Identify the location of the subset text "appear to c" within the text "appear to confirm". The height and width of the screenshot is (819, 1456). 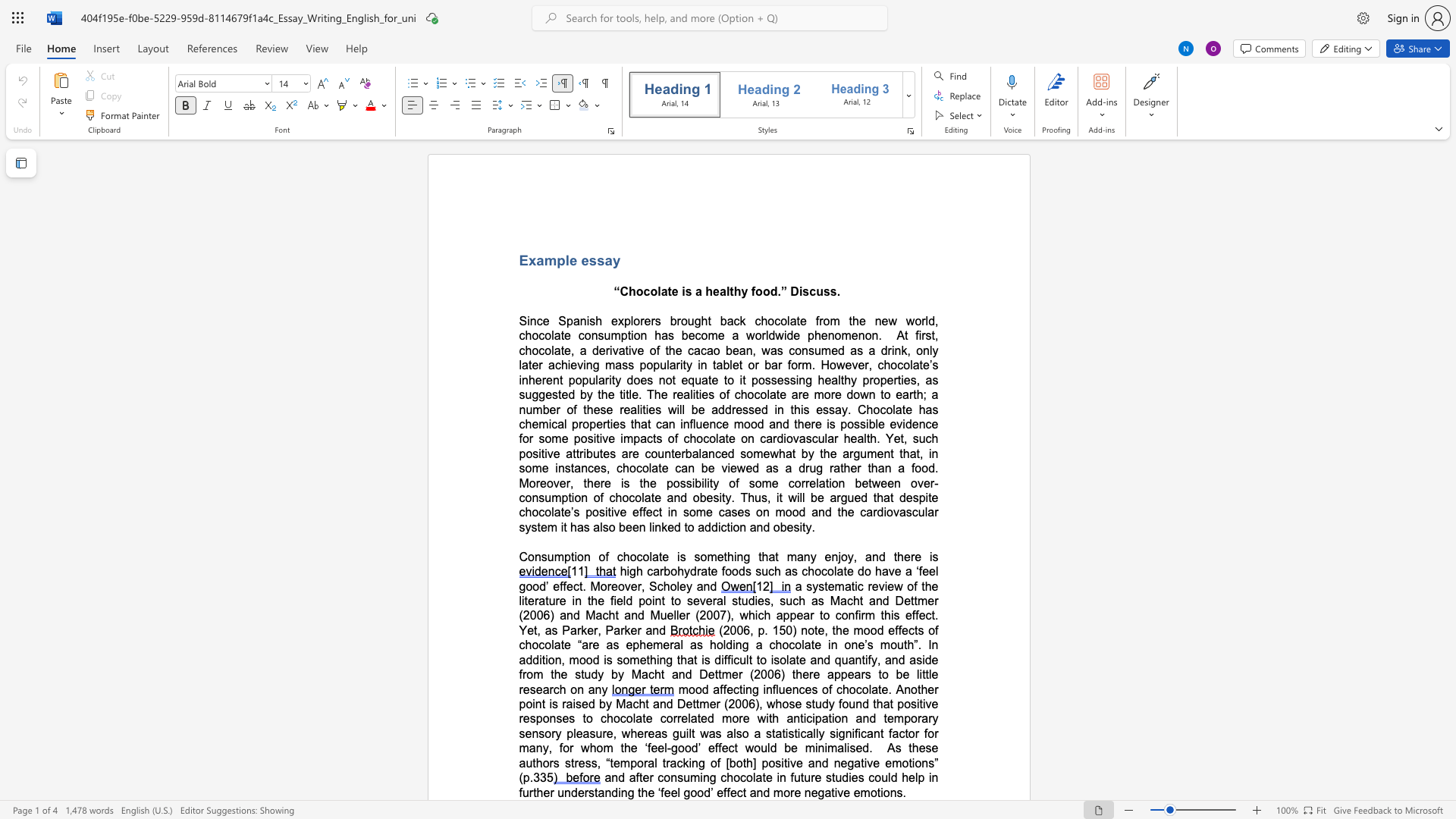
(776, 615).